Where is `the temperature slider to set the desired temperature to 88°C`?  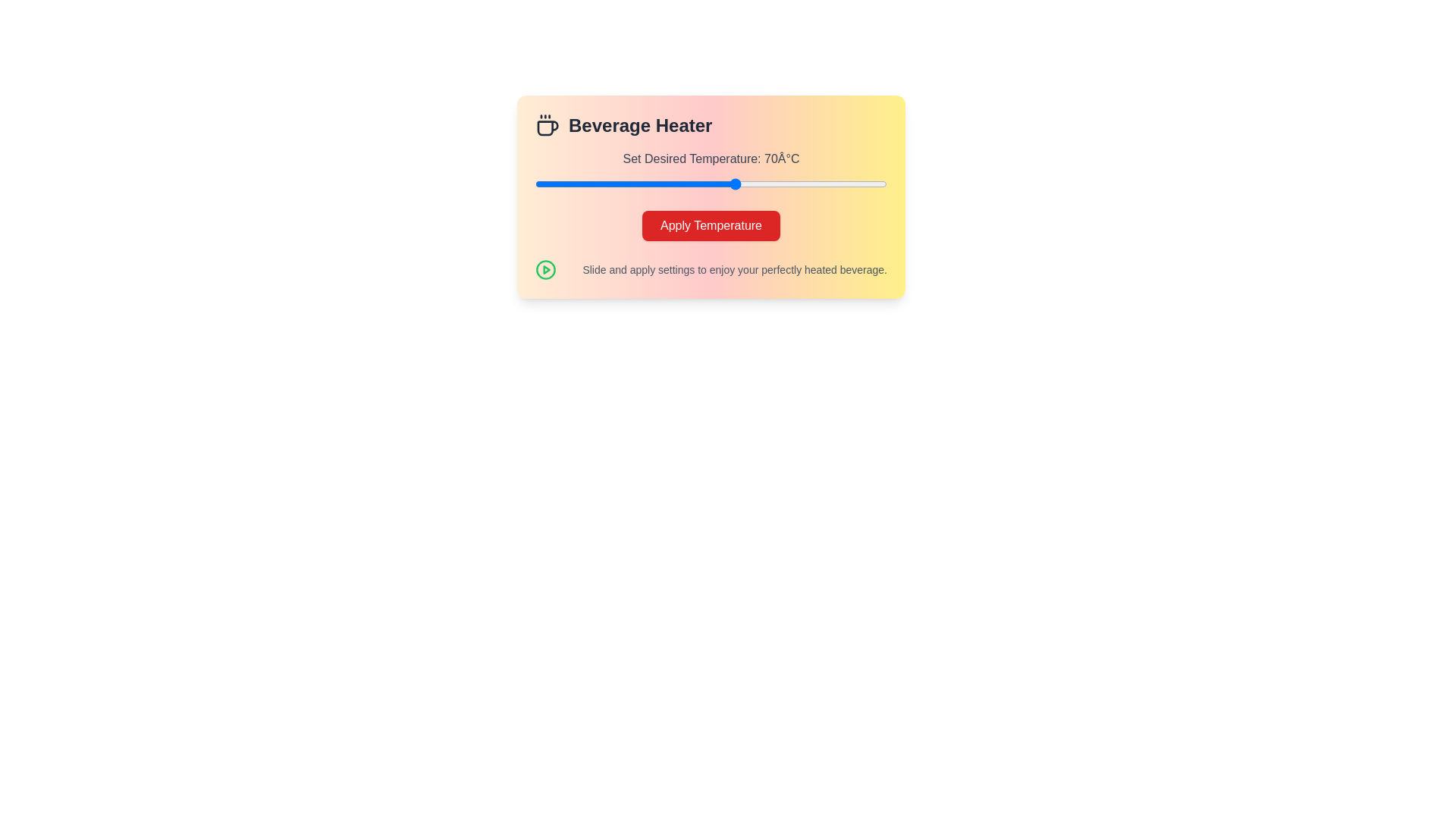 the temperature slider to set the desired temperature to 88°C is located at coordinates (826, 184).